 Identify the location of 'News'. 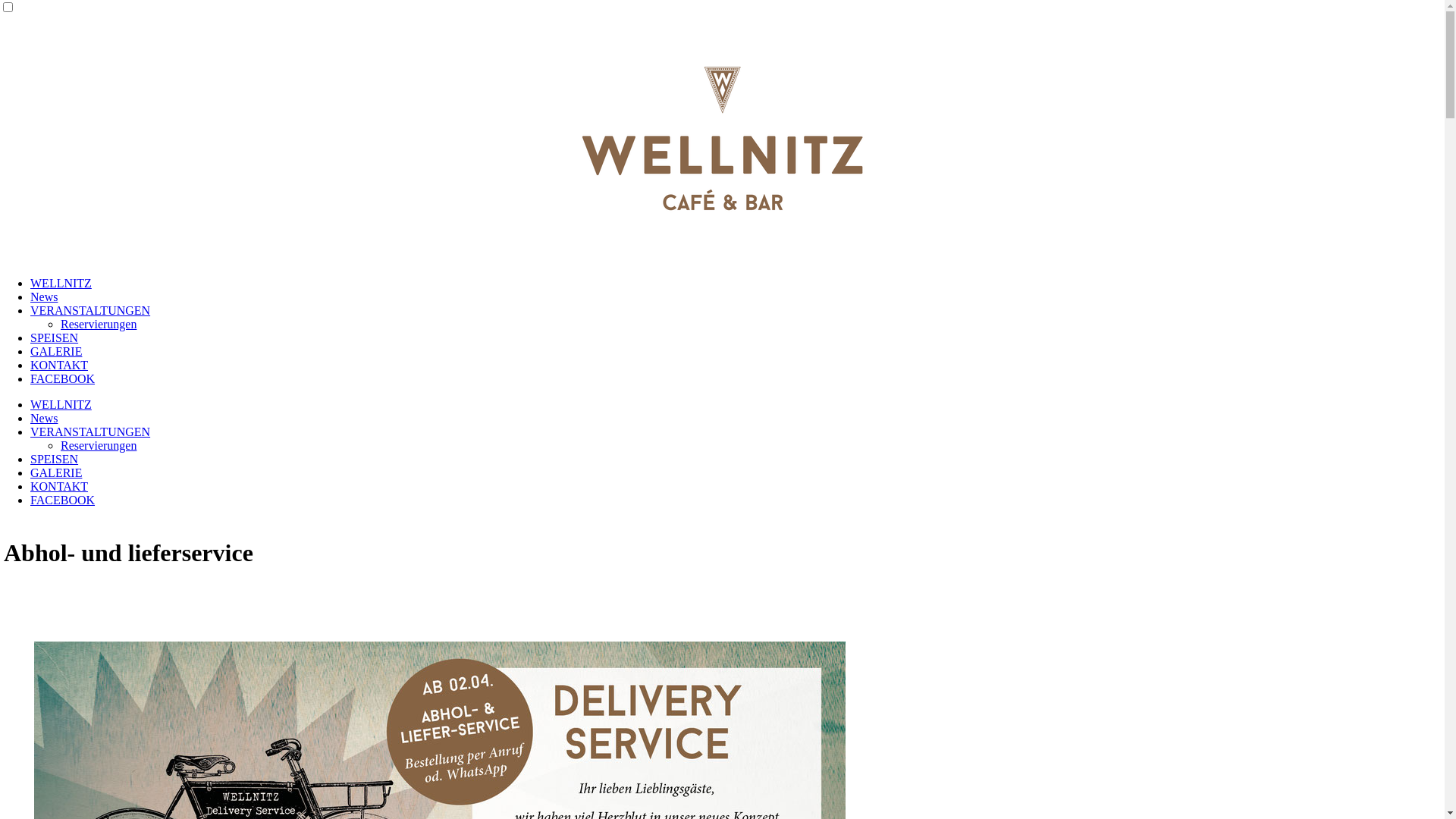
(30, 297).